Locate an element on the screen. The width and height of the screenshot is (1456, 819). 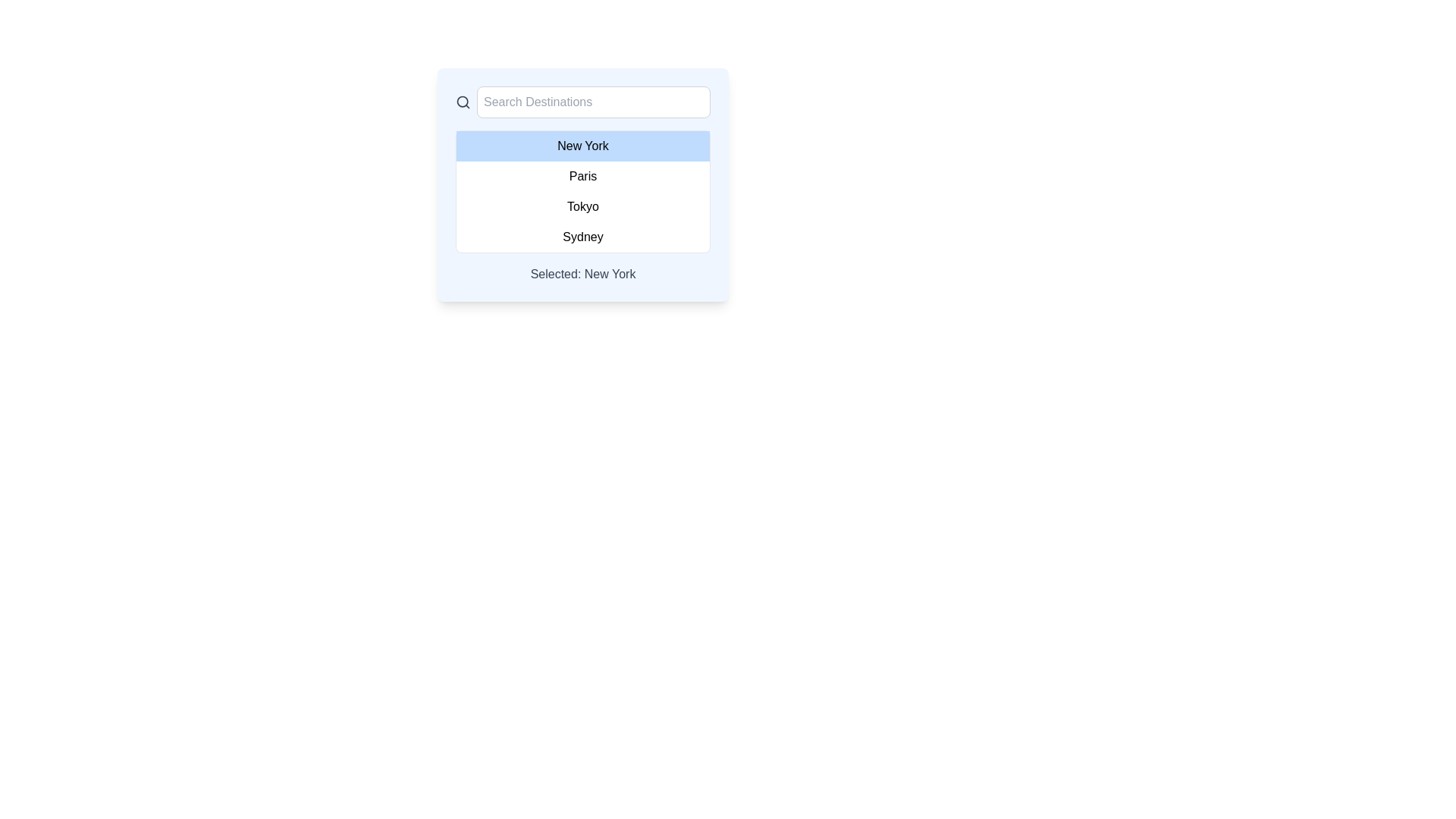
the text input box of the Search bar with the placeholder text 'Search Destinations' is located at coordinates (582, 102).